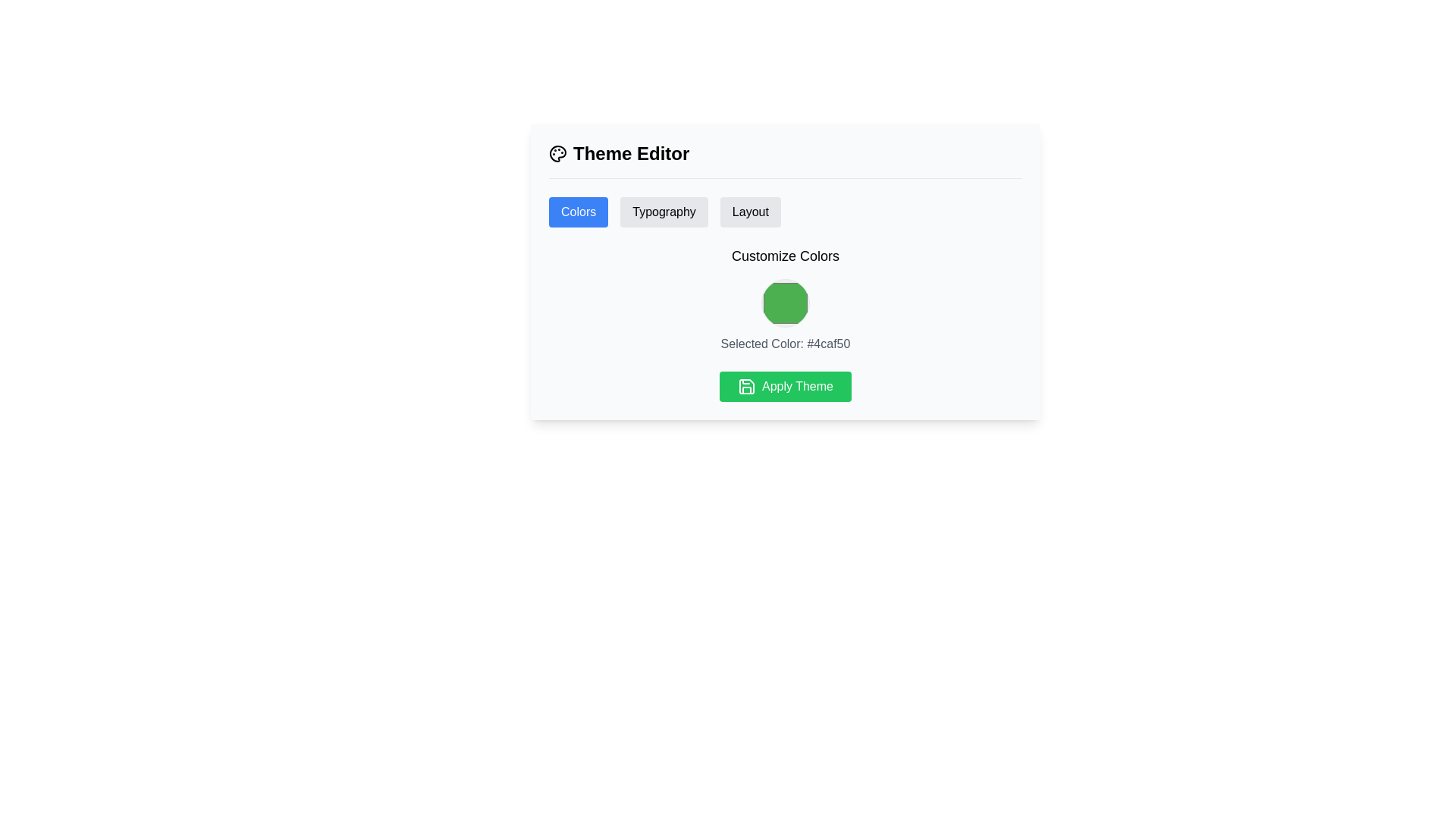 This screenshot has width=1456, height=819. What do you see at coordinates (750, 212) in the screenshot?
I see `the navigation button located as the third item in a horizontal row beneath the 'Theme Editor' header to switch to the layout section` at bounding box center [750, 212].